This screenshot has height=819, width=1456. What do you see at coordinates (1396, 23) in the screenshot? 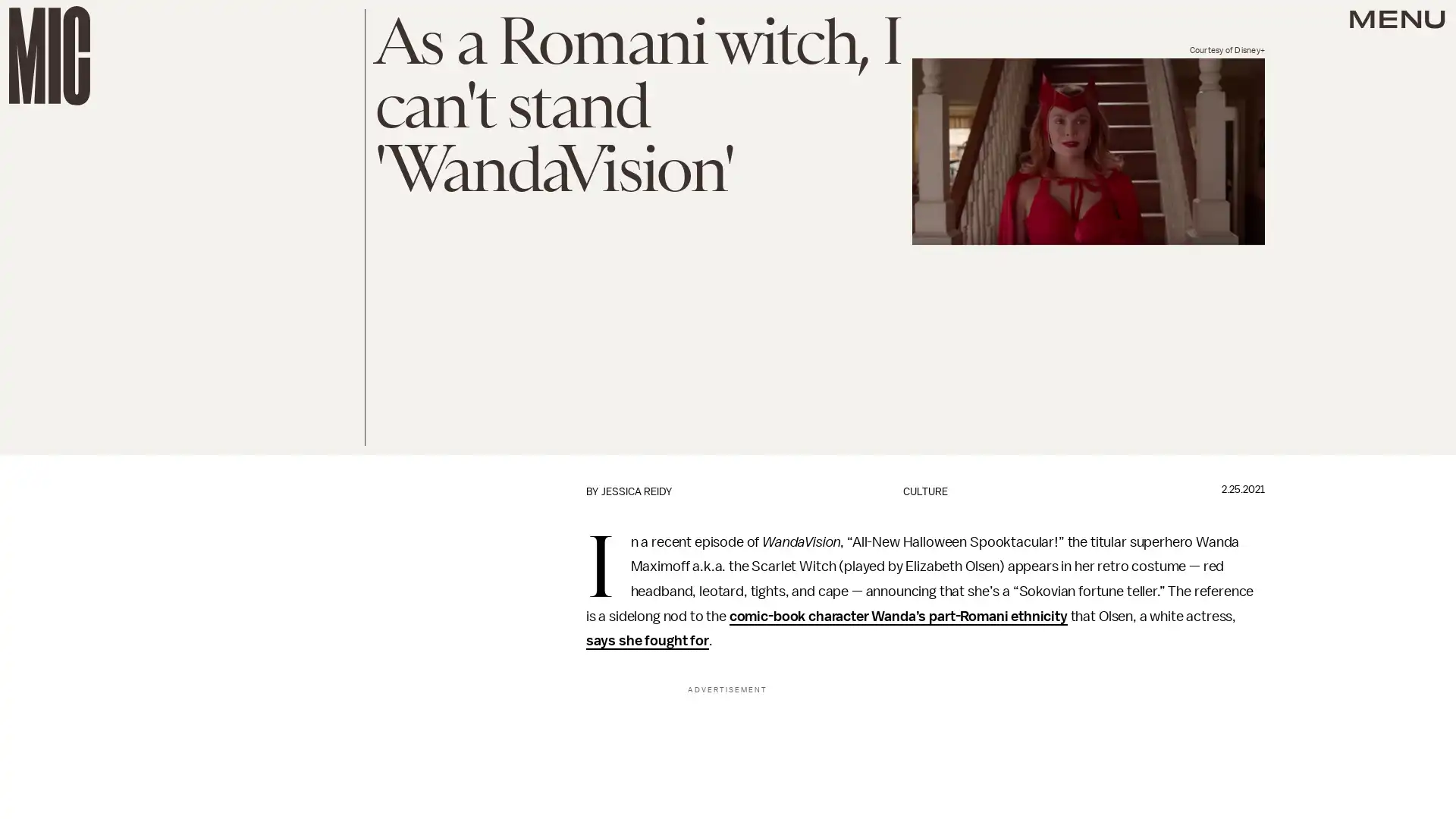
I see `menu` at bounding box center [1396, 23].